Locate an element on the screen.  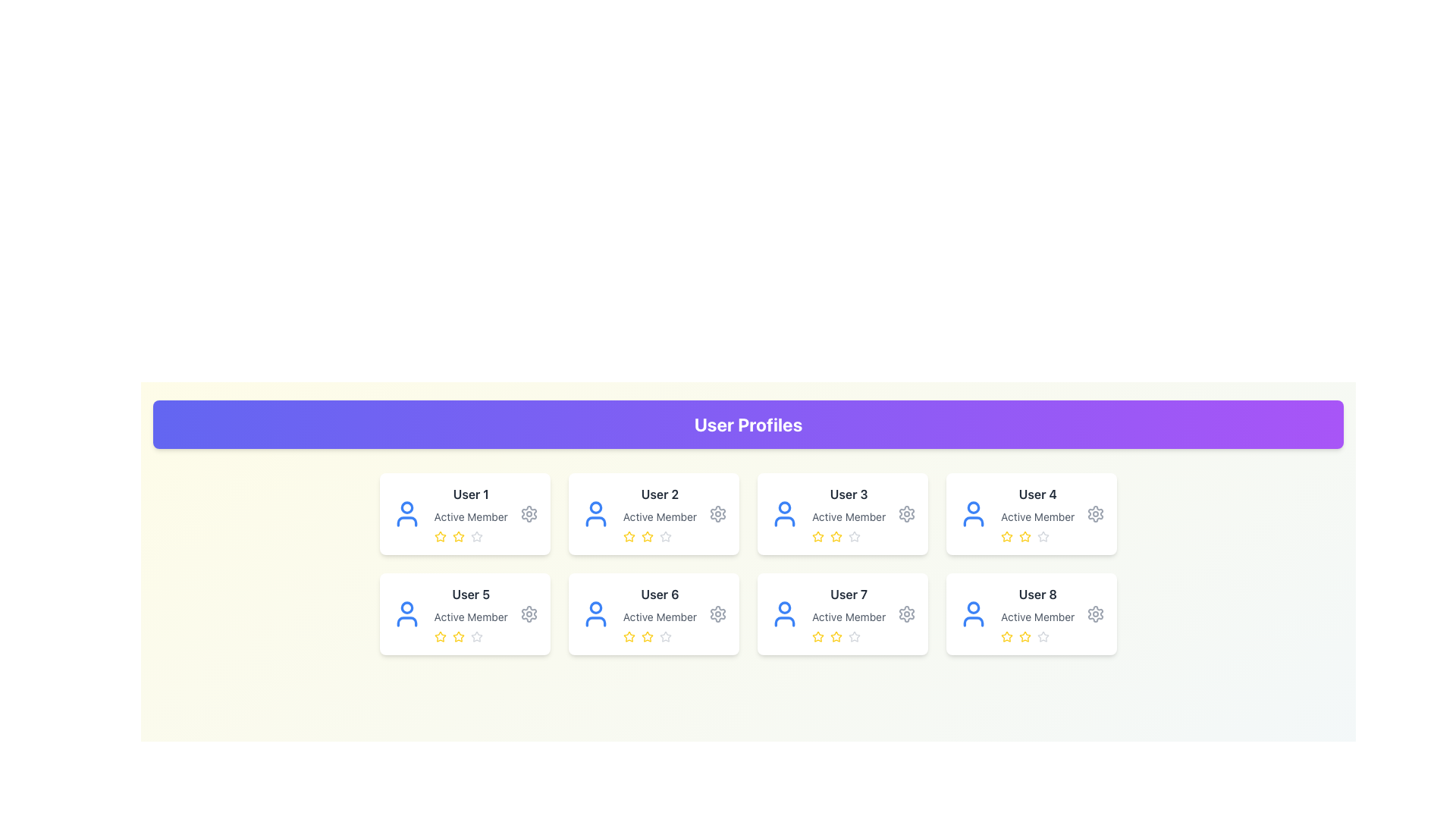
text content of the bold text label displaying 'User 2', which is centrally aligned above user details in the user card layout is located at coordinates (660, 494).